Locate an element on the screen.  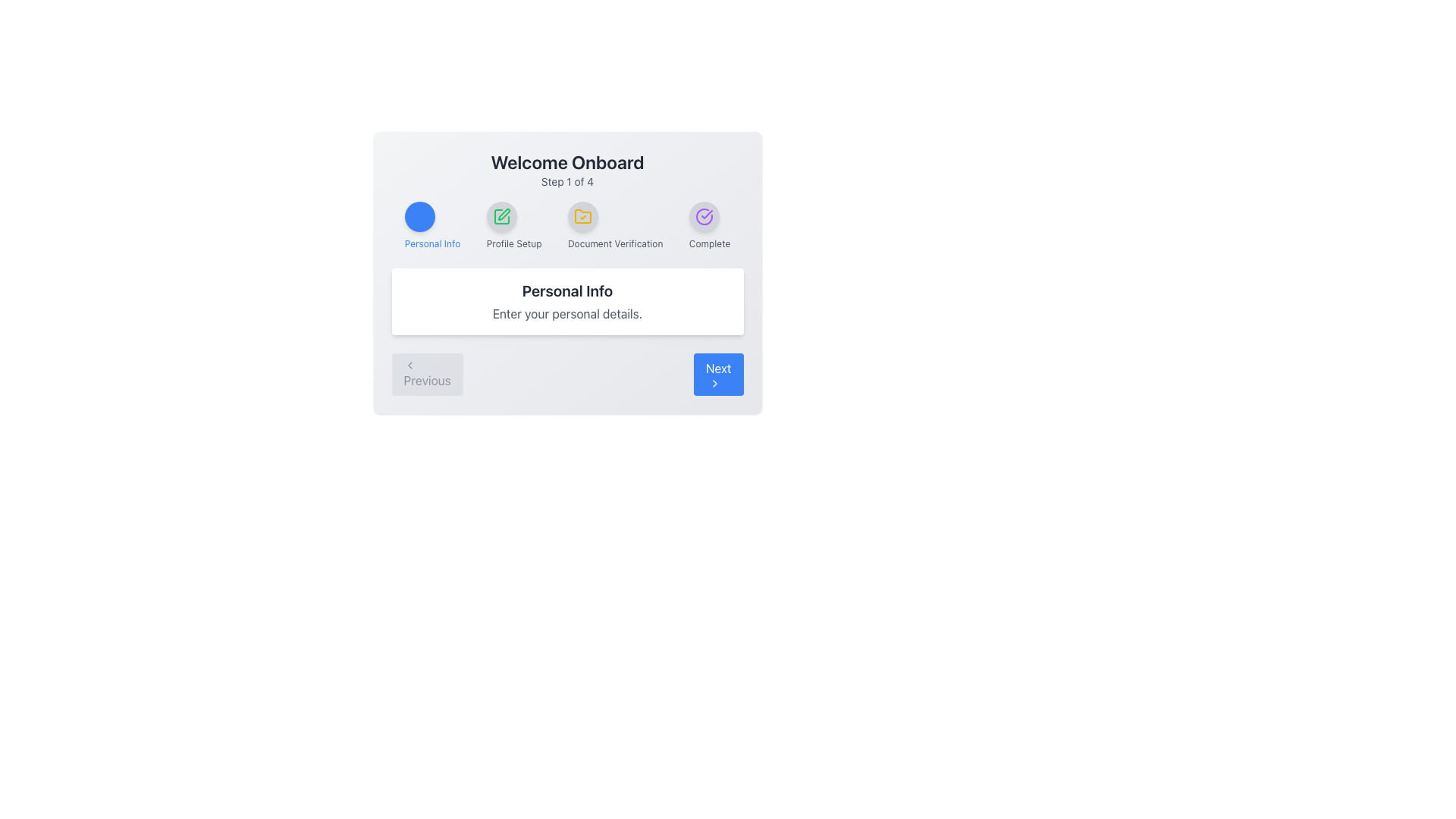
text content of the label displaying 'Step 1 of 4' which is styled in gray and located beneath the heading 'Welcome Onboard' is located at coordinates (566, 180).